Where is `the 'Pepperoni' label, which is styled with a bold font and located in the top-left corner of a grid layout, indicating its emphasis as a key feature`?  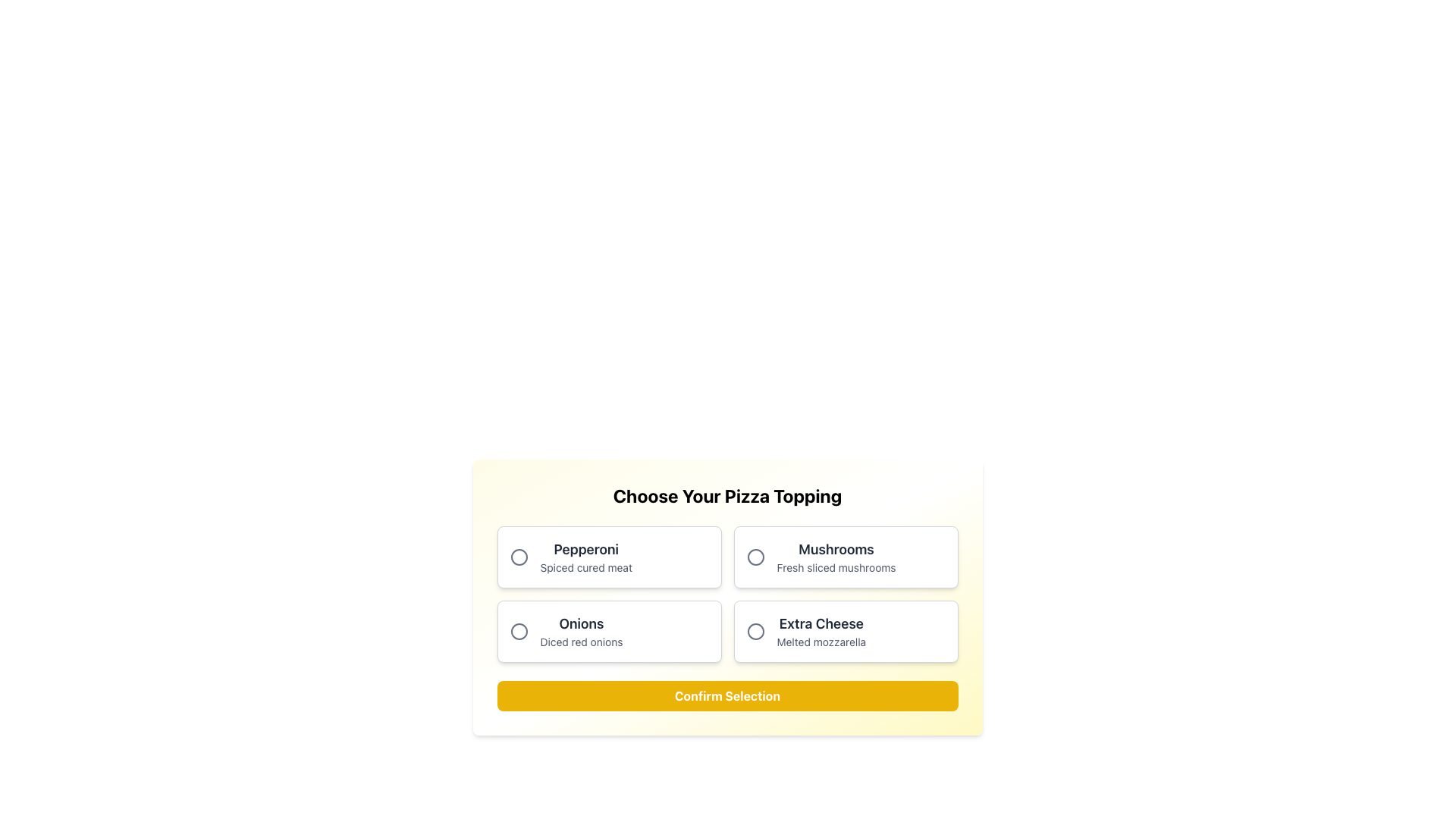
the 'Pepperoni' label, which is styled with a bold font and located in the top-left corner of a grid layout, indicating its emphasis as a key feature is located at coordinates (585, 550).